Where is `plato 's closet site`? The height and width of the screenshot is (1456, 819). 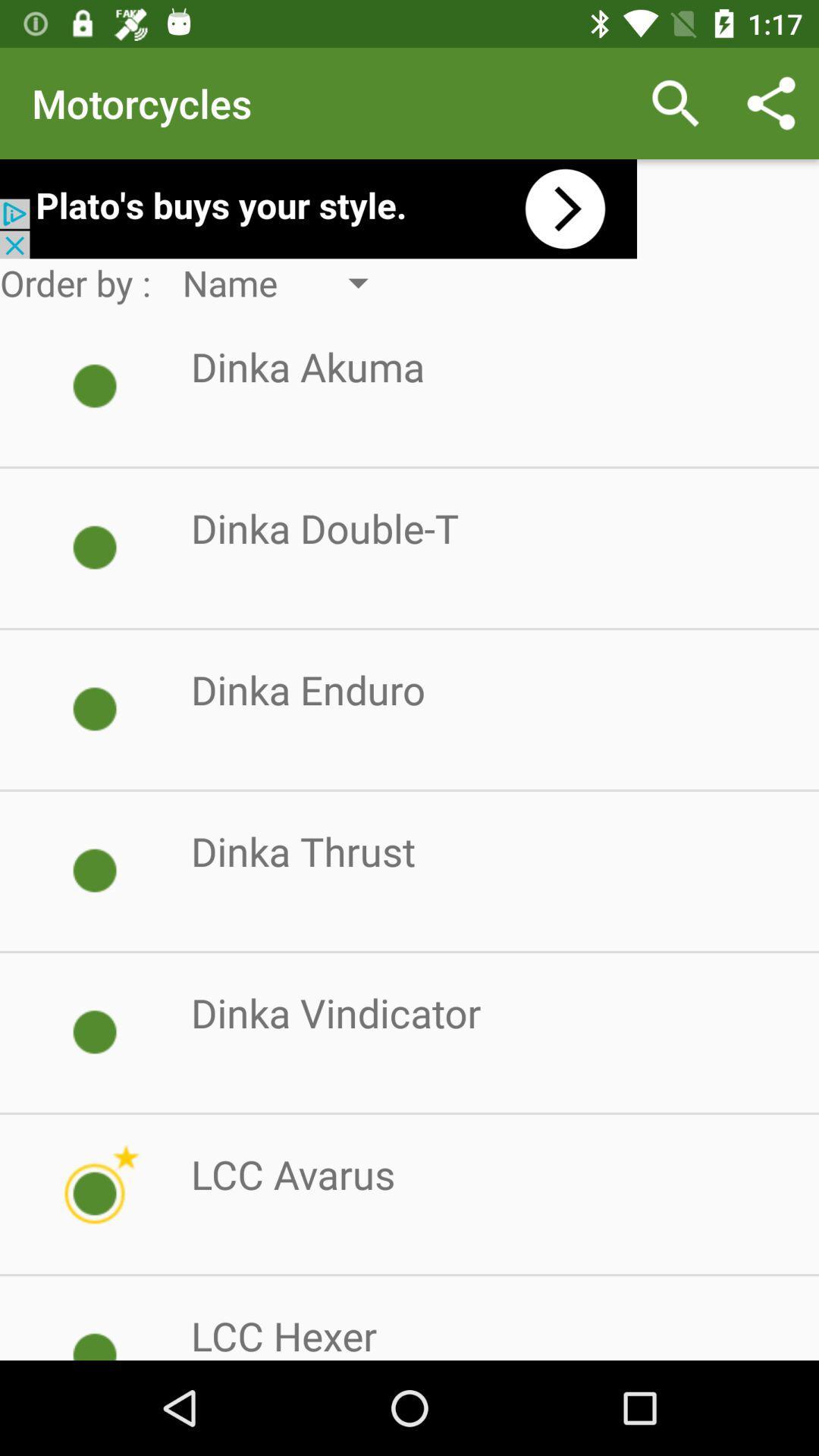
plato 's closet site is located at coordinates (318, 208).